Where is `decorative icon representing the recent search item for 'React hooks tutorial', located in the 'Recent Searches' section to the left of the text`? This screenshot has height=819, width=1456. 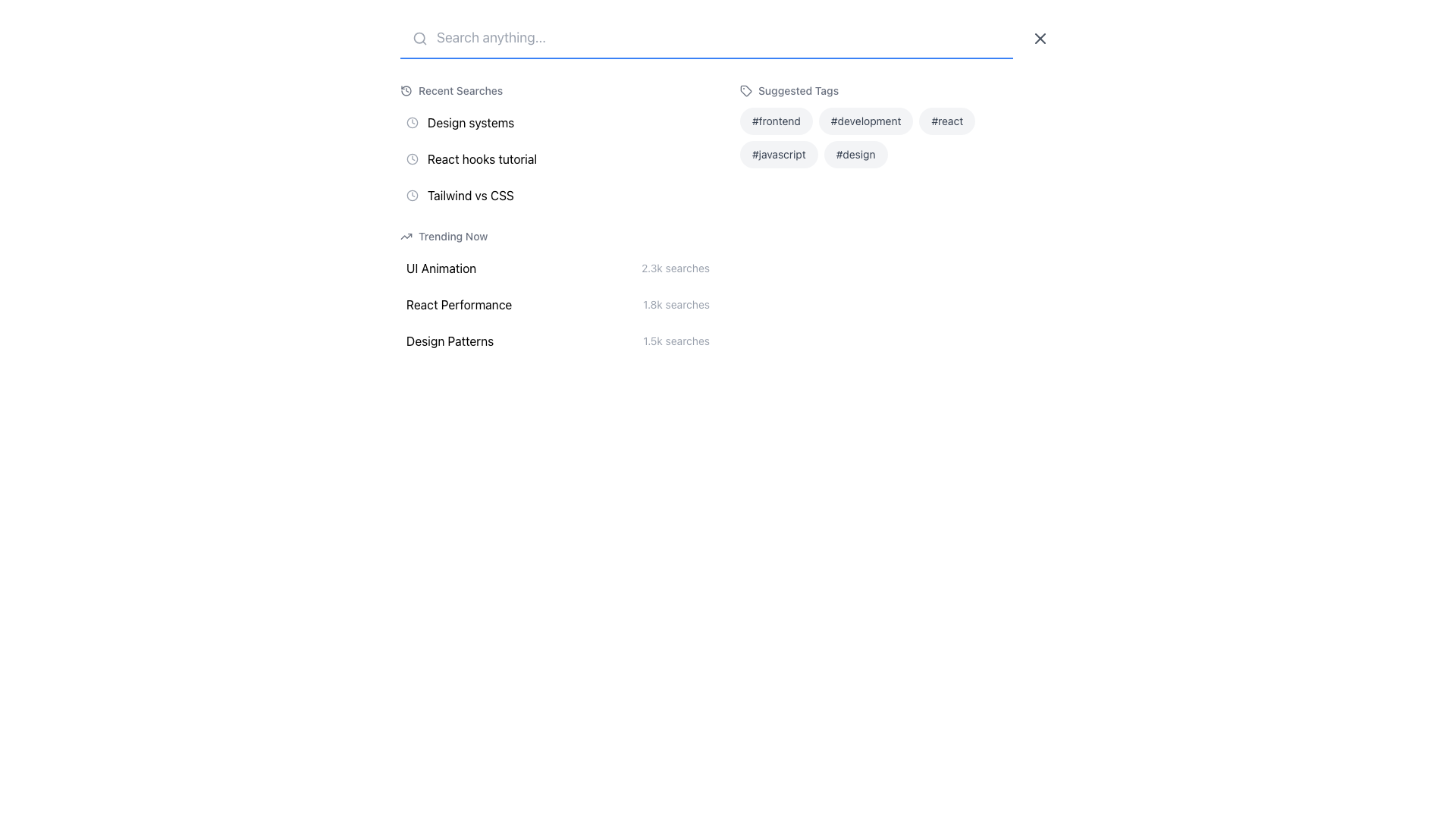
decorative icon representing the recent search item for 'React hooks tutorial', located in the 'Recent Searches' section to the left of the text is located at coordinates (412, 158).